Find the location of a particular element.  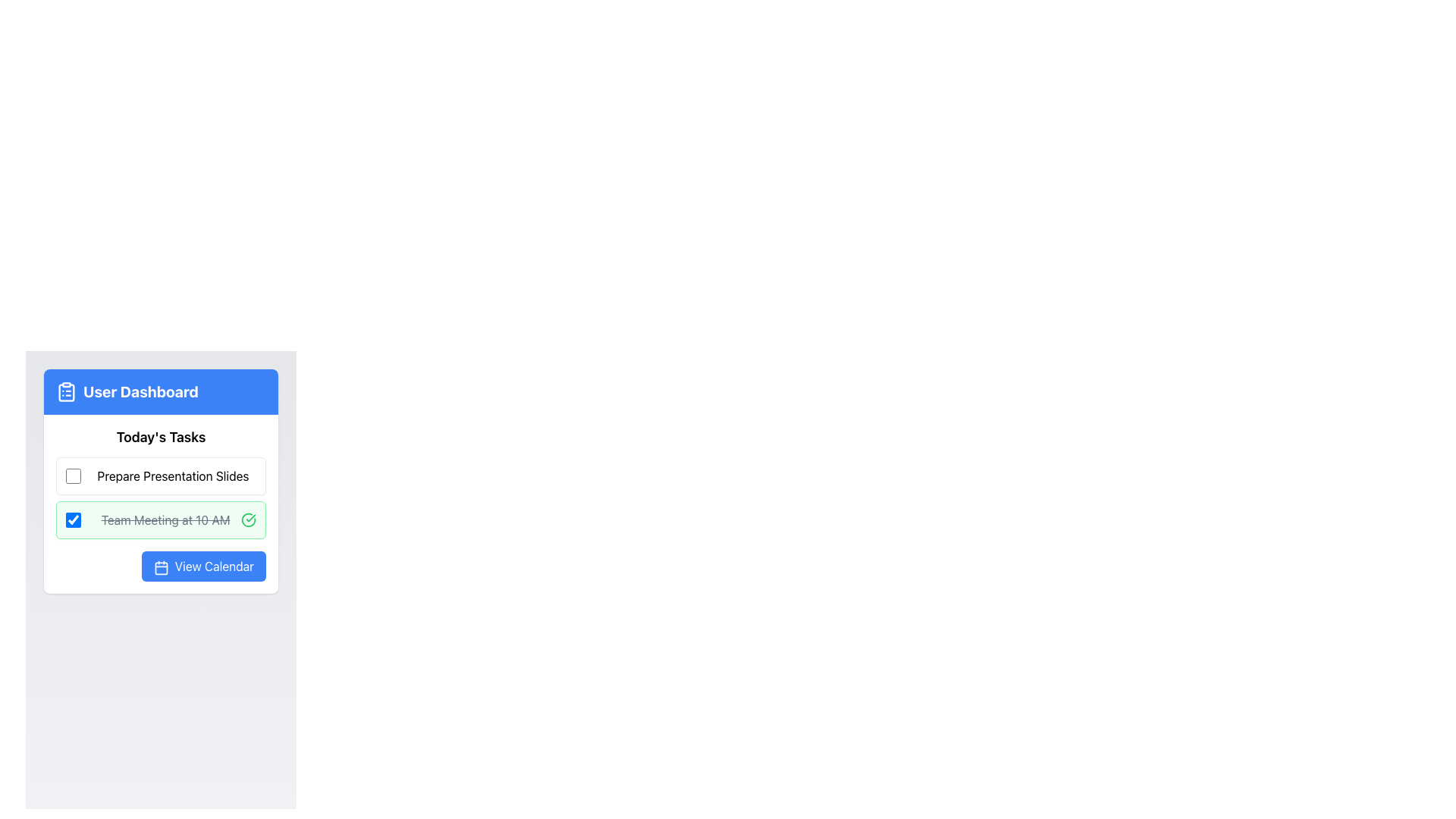

the calendar icon within the 'View Calendar' button located at the bottom section of the task management panel is located at coordinates (161, 568).